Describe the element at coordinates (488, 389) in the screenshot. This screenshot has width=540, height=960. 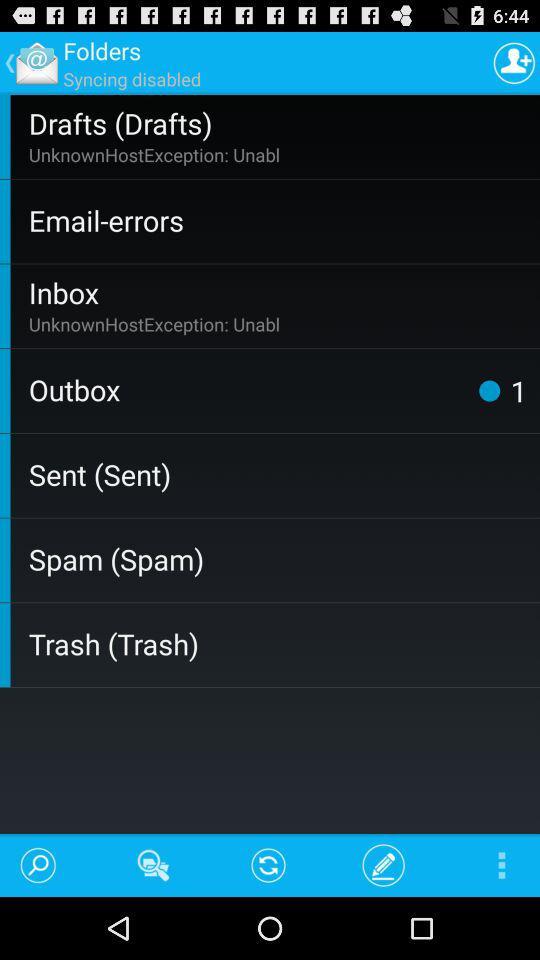
I see `the item to the right of the outbox app` at that location.